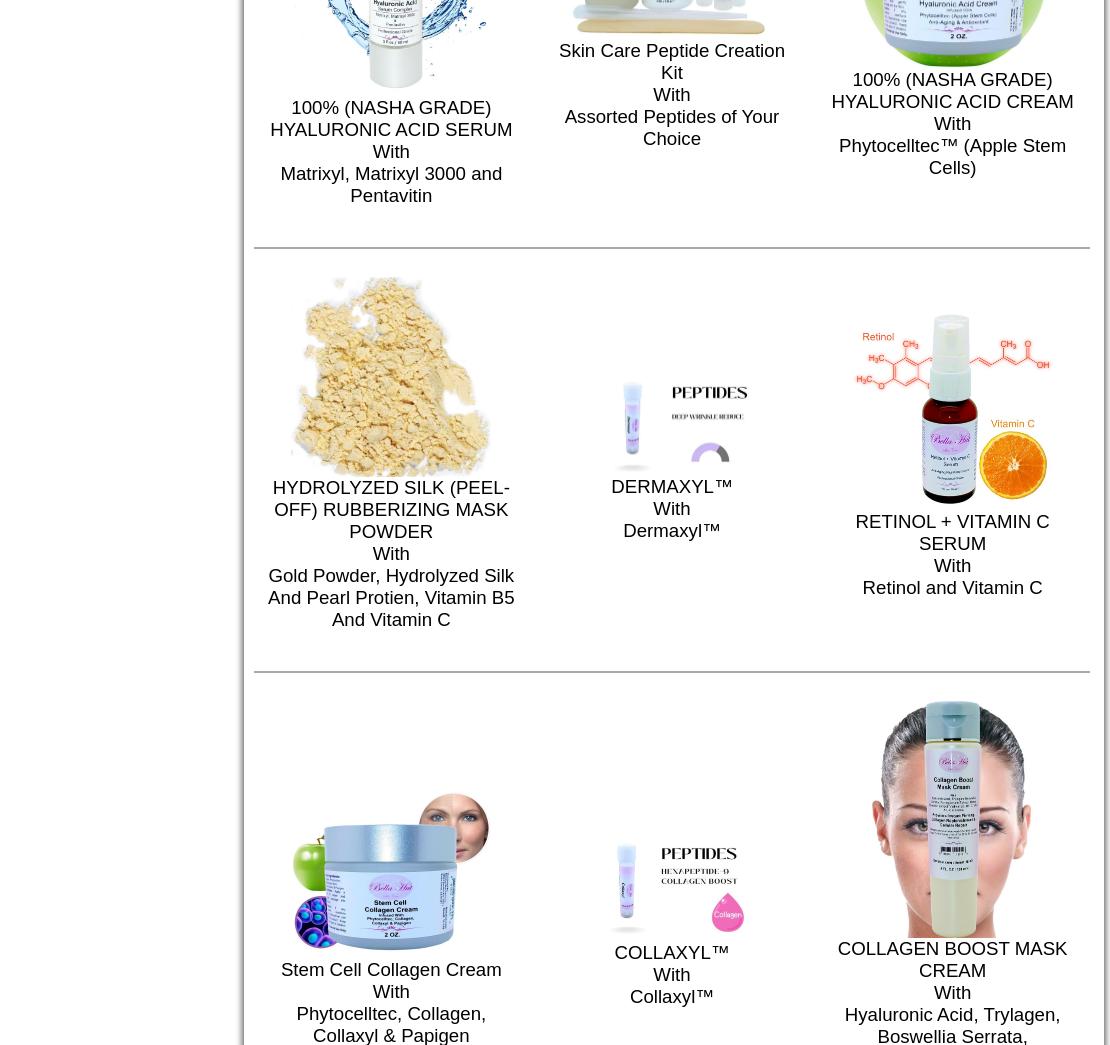 Image resolution: width=1110 pixels, height=1045 pixels. I want to click on 'With Assorted Peptides of Your Choice', so click(677, 662).